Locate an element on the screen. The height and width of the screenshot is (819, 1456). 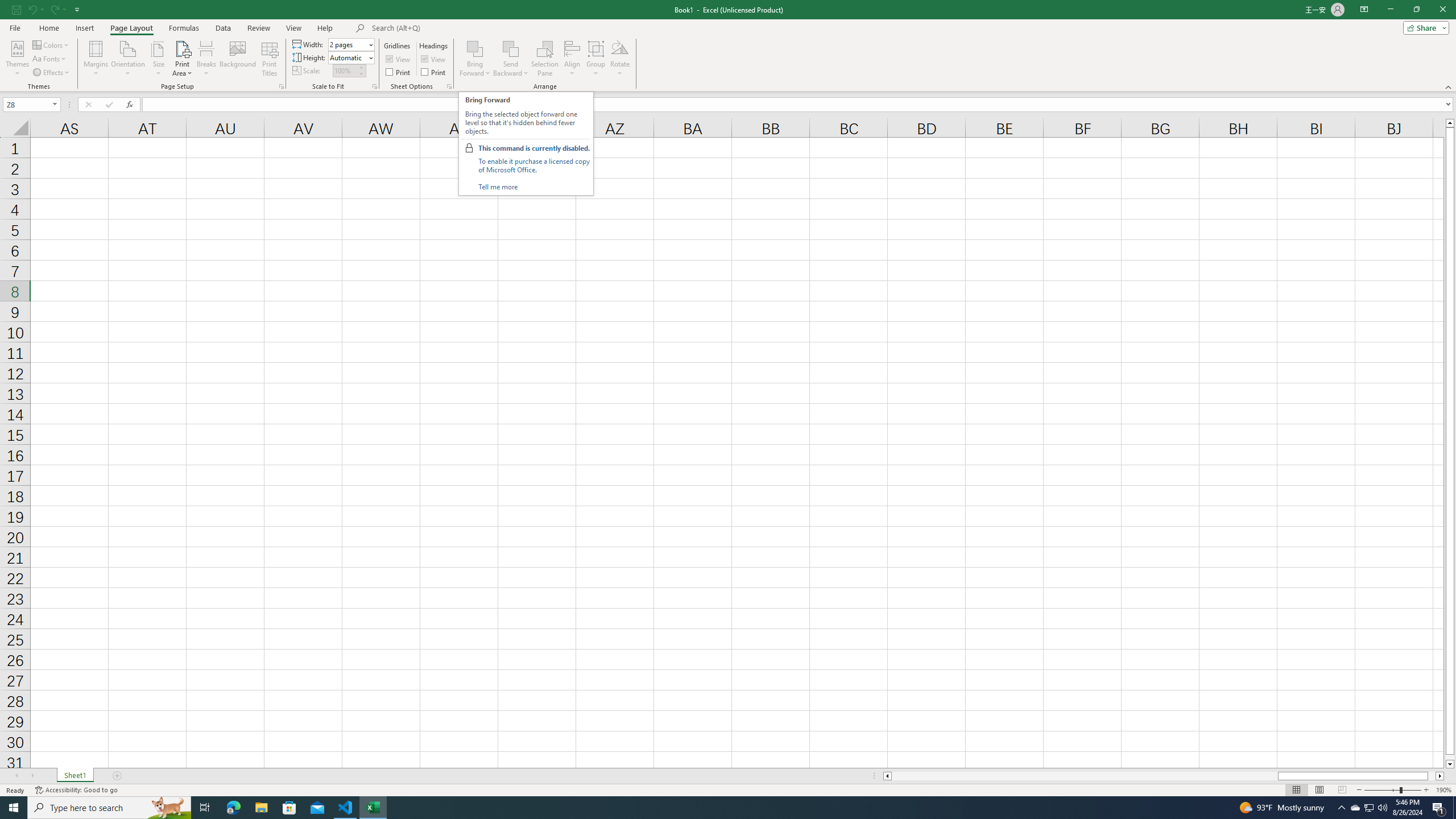
'Height' is located at coordinates (348, 57).